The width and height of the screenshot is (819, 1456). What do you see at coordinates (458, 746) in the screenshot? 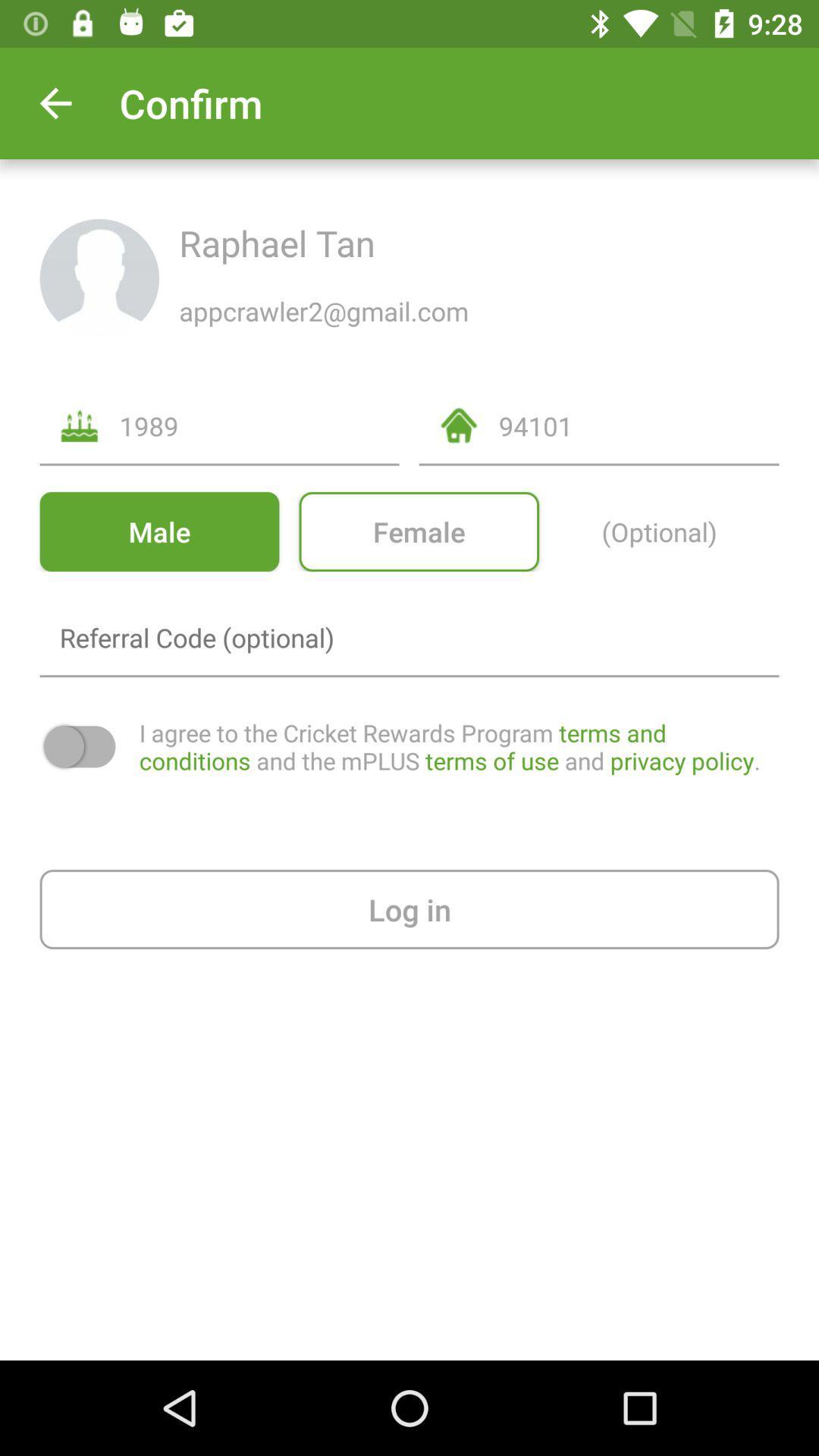
I see `icon above the log in` at bounding box center [458, 746].